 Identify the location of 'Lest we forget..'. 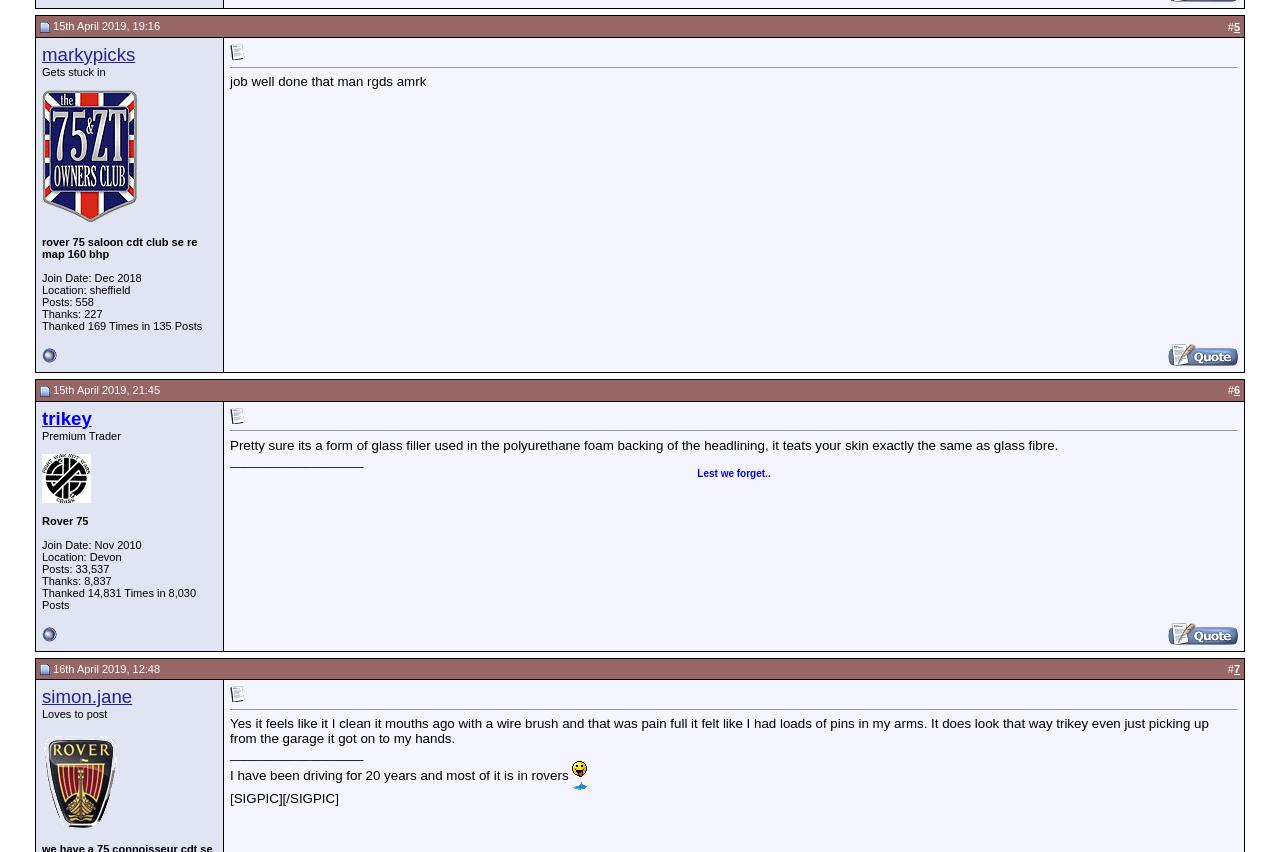
(732, 472).